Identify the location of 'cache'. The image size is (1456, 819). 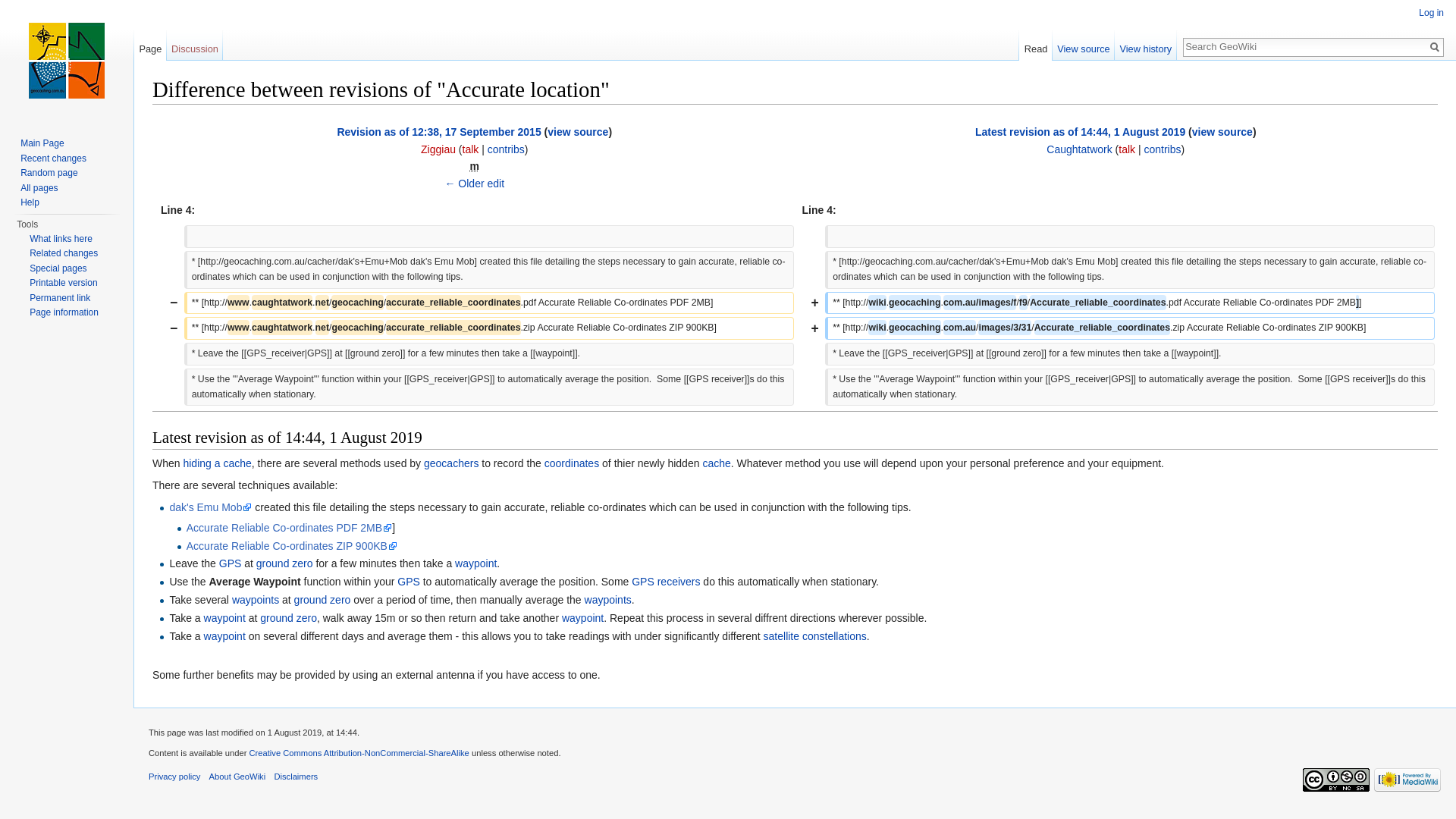
(701, 462).